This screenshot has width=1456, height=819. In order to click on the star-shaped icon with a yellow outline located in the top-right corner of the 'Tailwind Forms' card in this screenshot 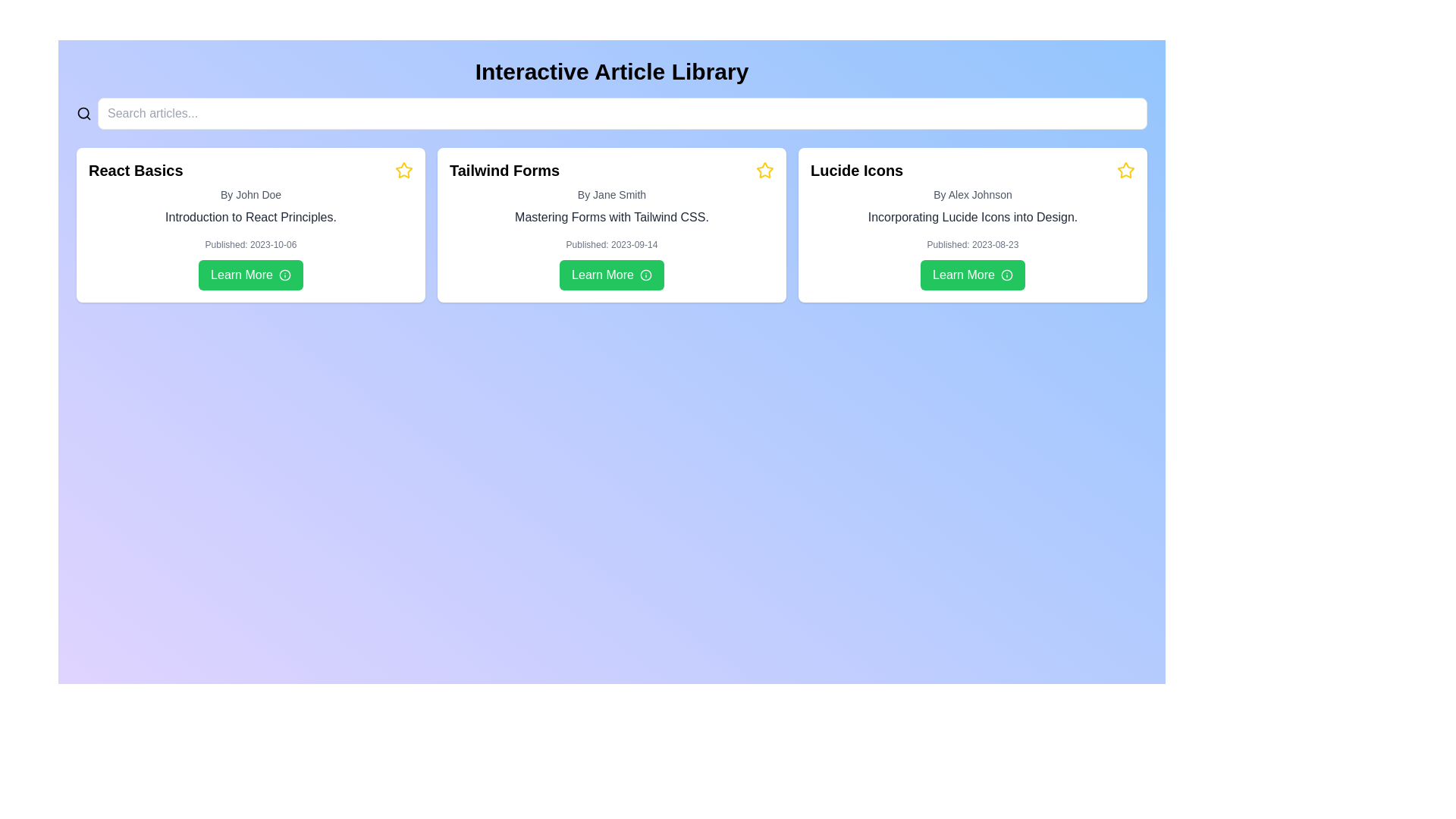, I will do `click(764, 170)`.